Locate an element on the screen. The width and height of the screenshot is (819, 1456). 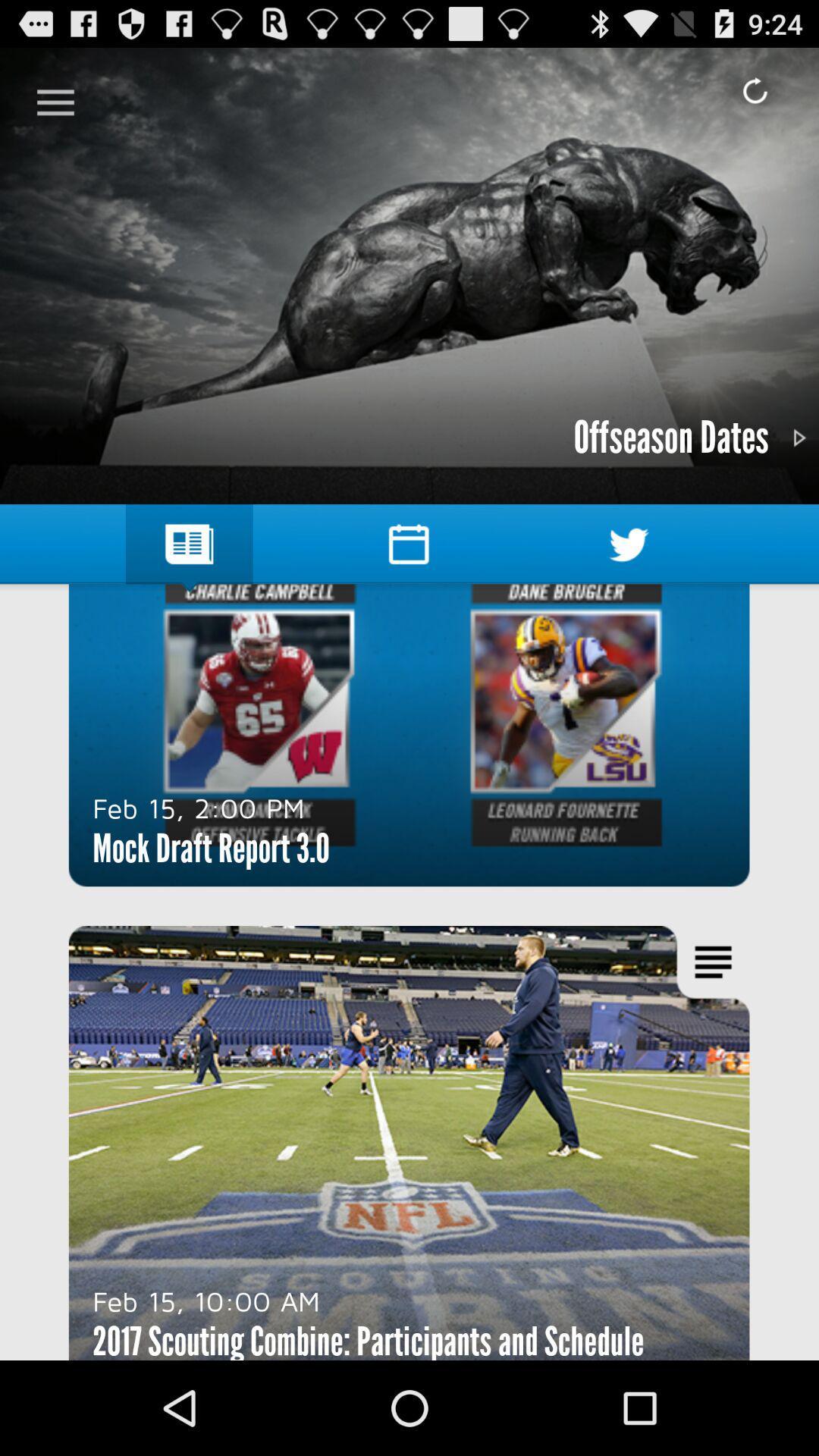
play button is located at coordinates (798, 437).